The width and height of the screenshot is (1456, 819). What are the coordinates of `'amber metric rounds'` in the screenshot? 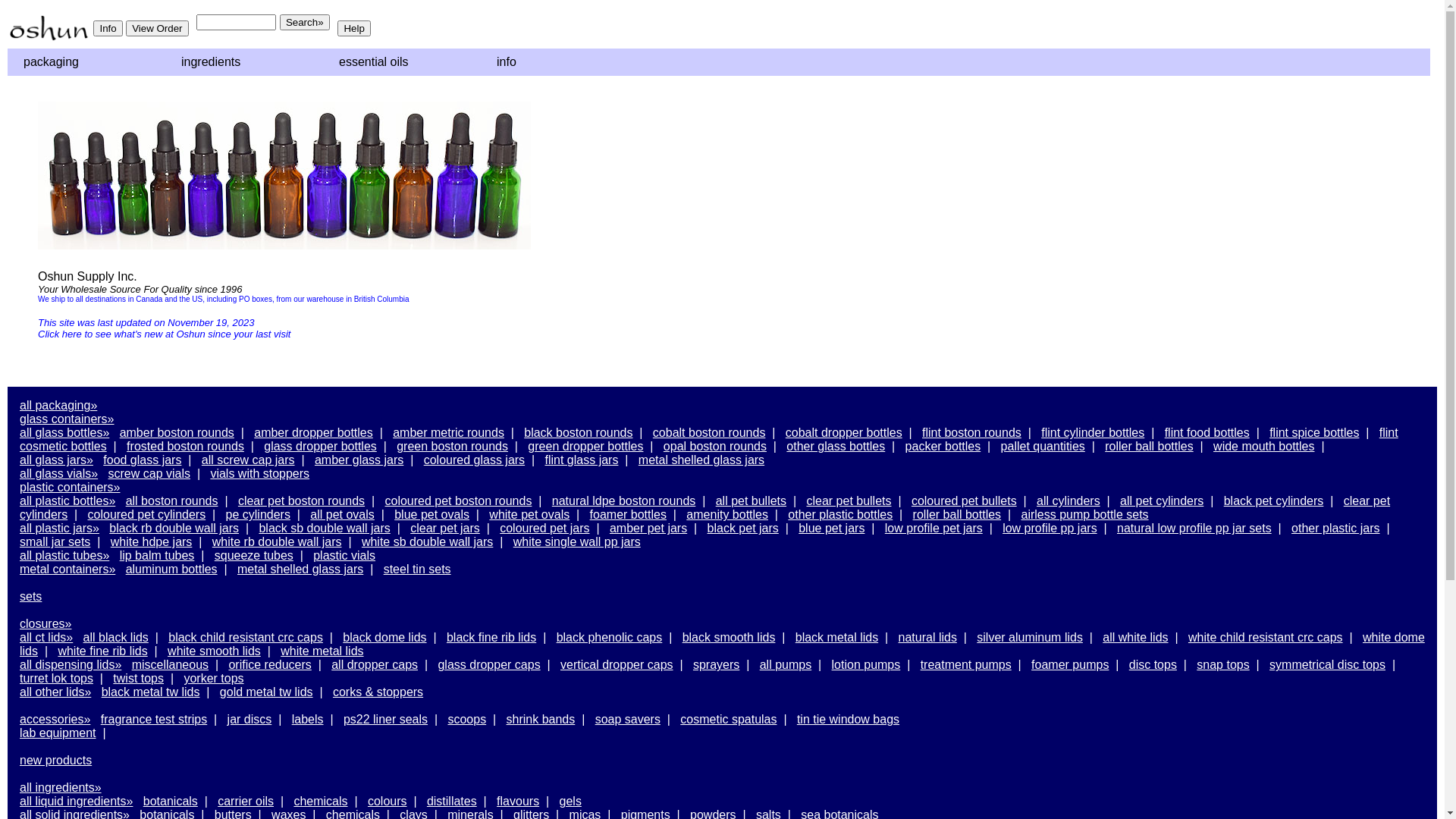 It's located at (393, 432).